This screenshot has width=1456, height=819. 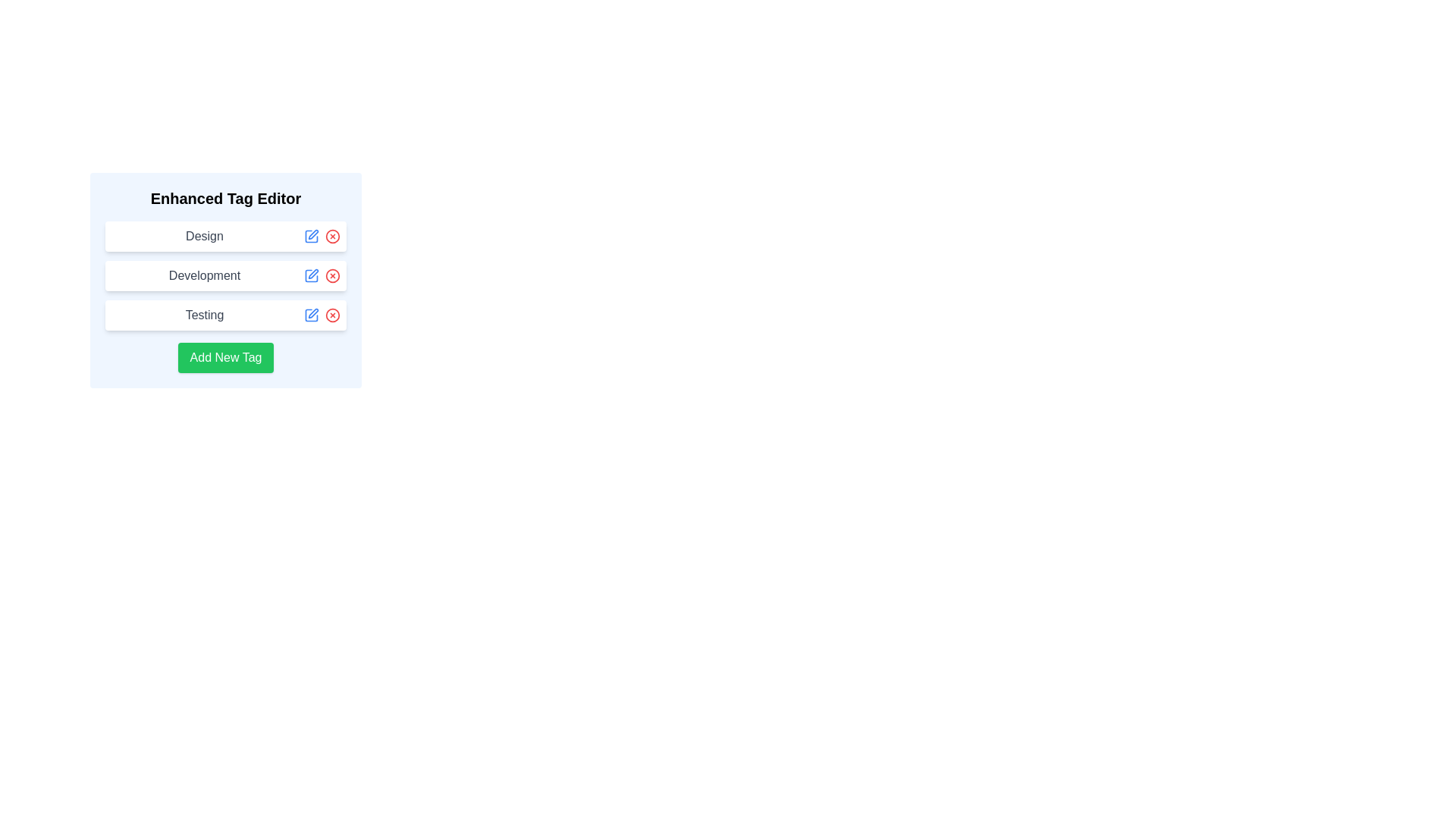 I want to click on the Icon button located on the right side of the 'Testing' tag in the third row of items within the 'Enhanced Tag Editor' section to initiate edit mode for the 'Testing' tag, so click(x=311, y=315).